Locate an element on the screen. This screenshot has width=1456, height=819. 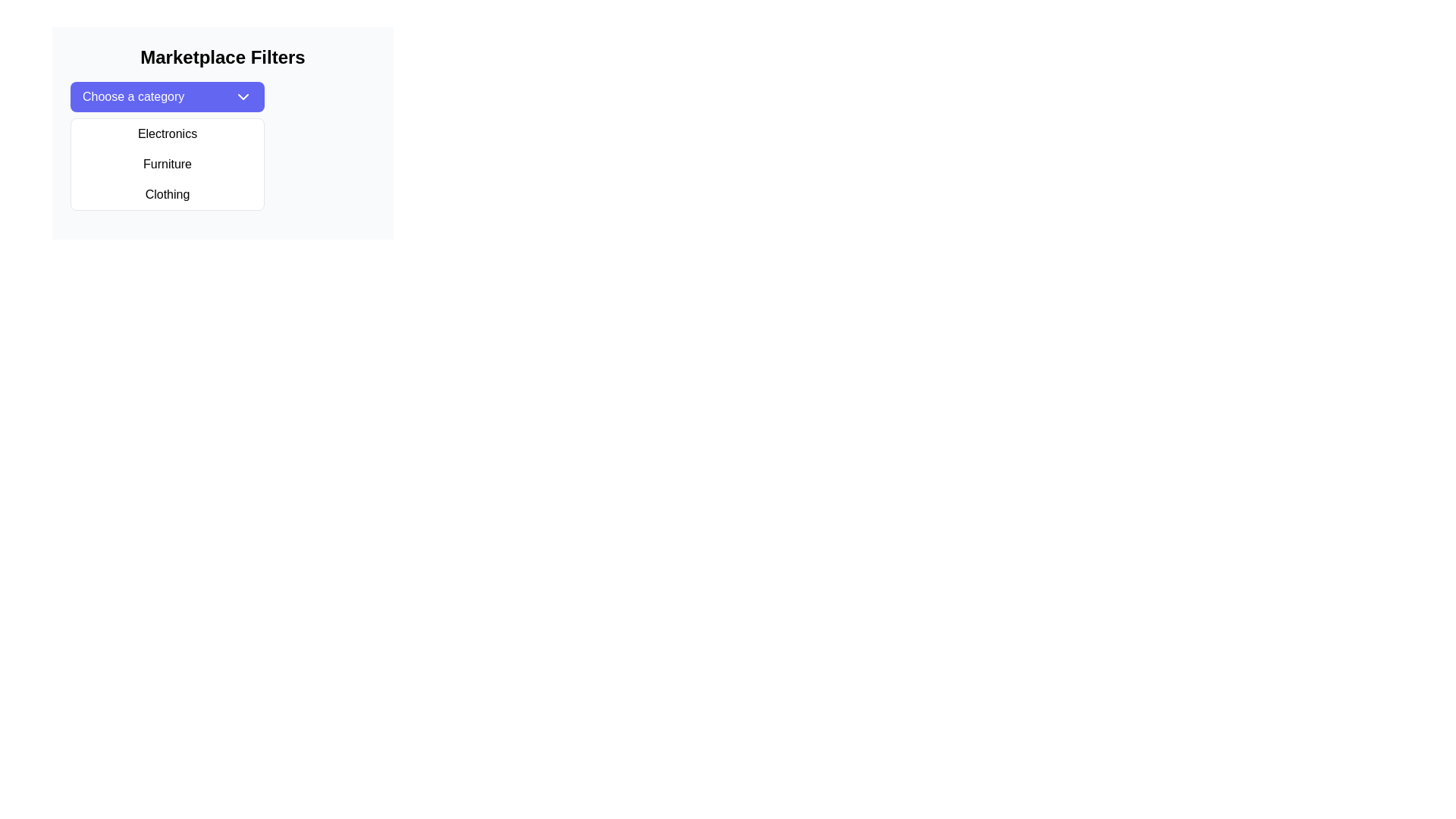
the dropdown toggle button located beneath the heading 'Marketplace Filters', which expands or collapses the menu for category options is located at coordinates (167, 96).